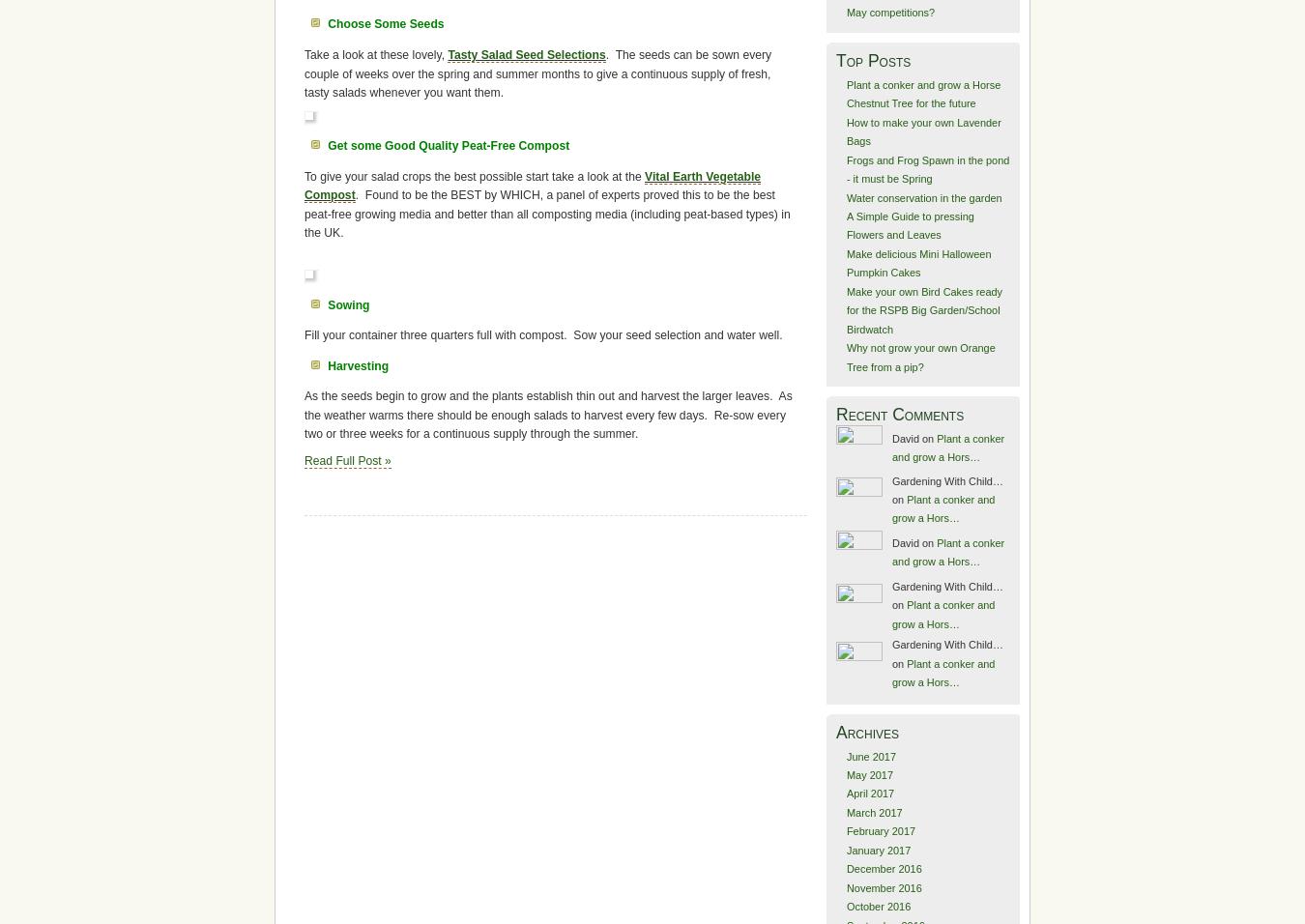 Image resolution: width=1305 pixels, height=924 pixels. I want to click on 'As the seeds begin to grow and the plants establish thin out and harvest the larger leaves.  As the weather warms there should be enough salads to harvest every few days.  Re-sow every two or three weeks for a continuous supply through the summer.', so click(548, 415).